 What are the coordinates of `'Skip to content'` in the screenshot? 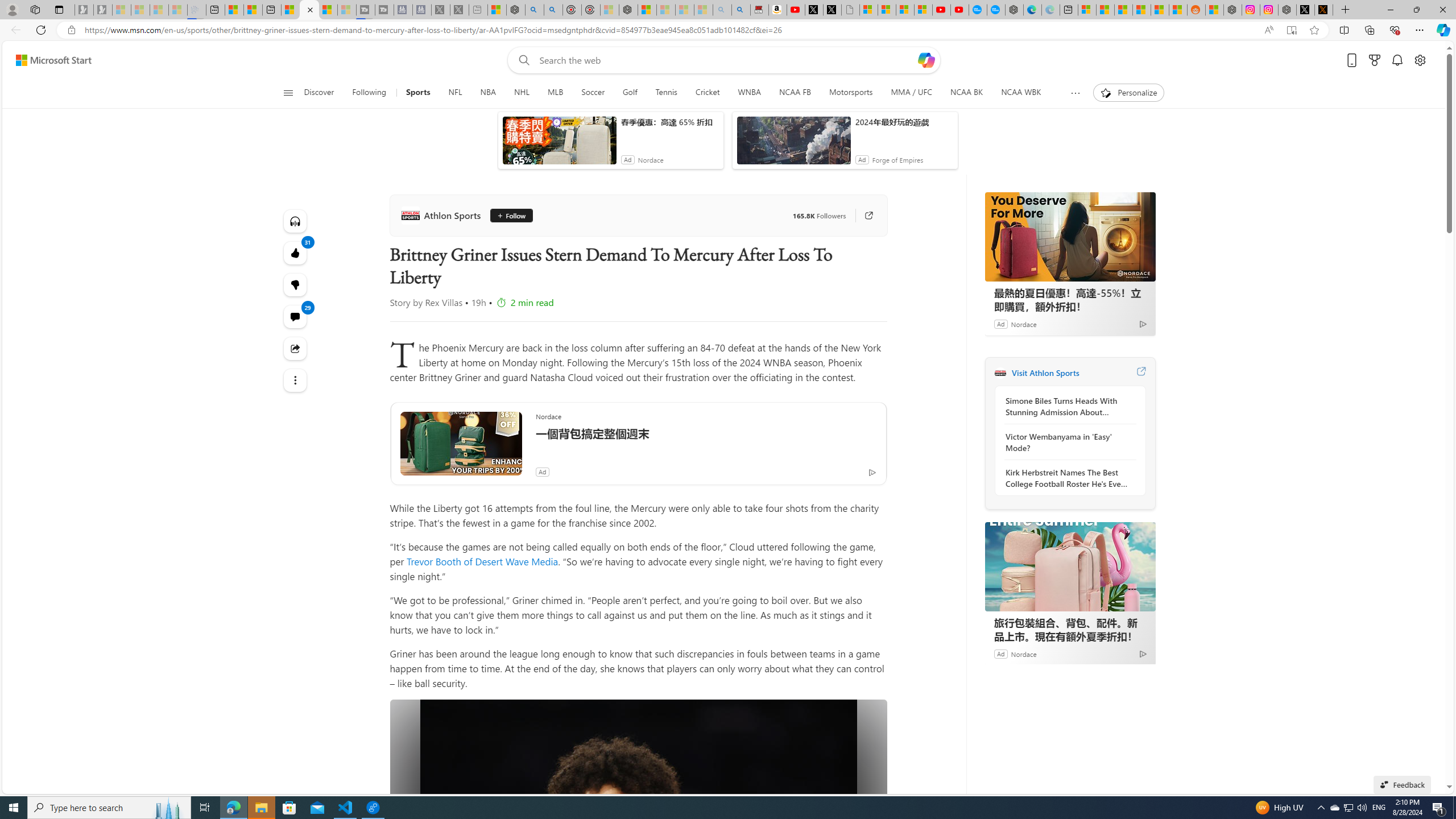 It's located at (49, 59).